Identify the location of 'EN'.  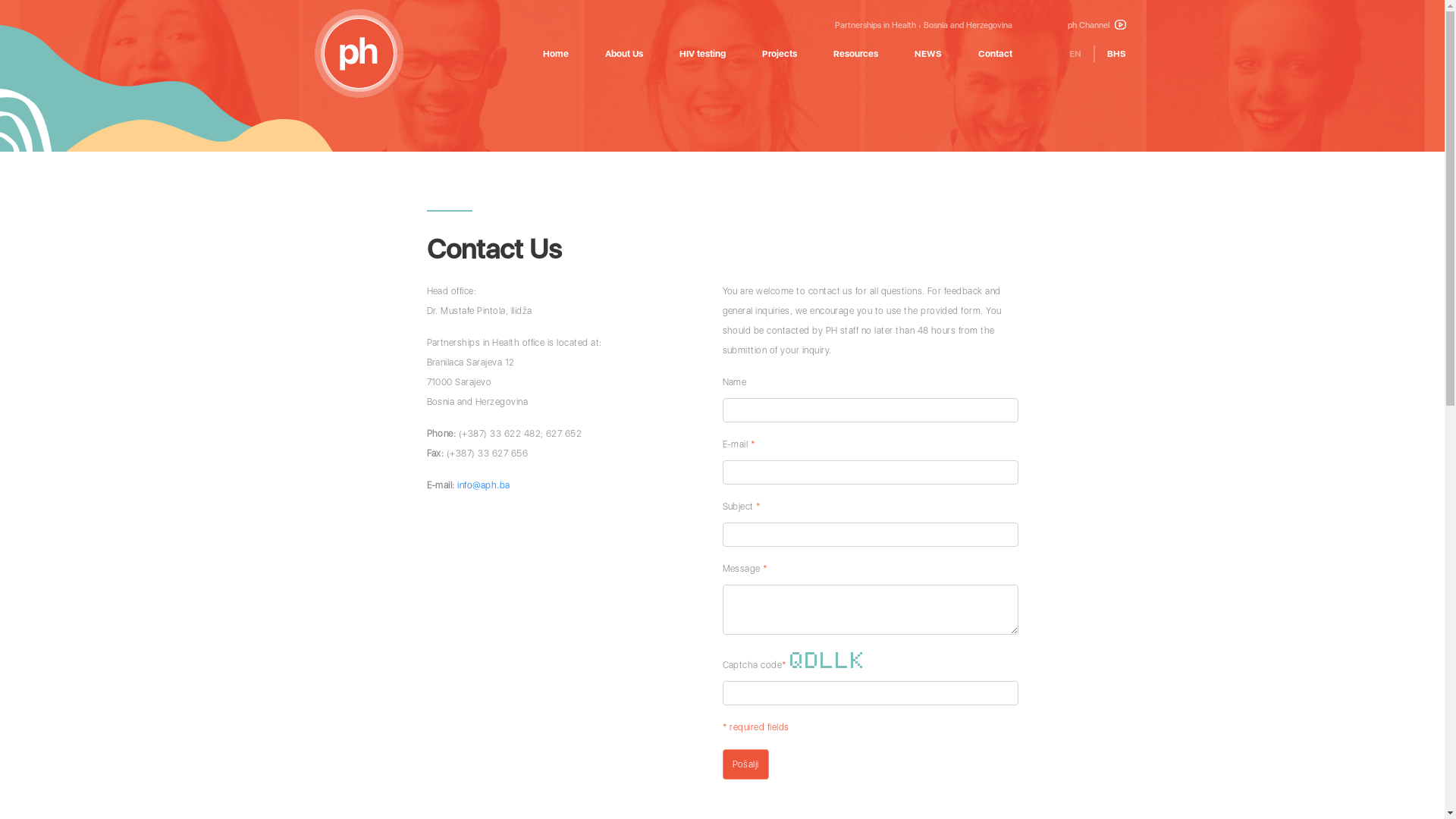
(1074, 52).